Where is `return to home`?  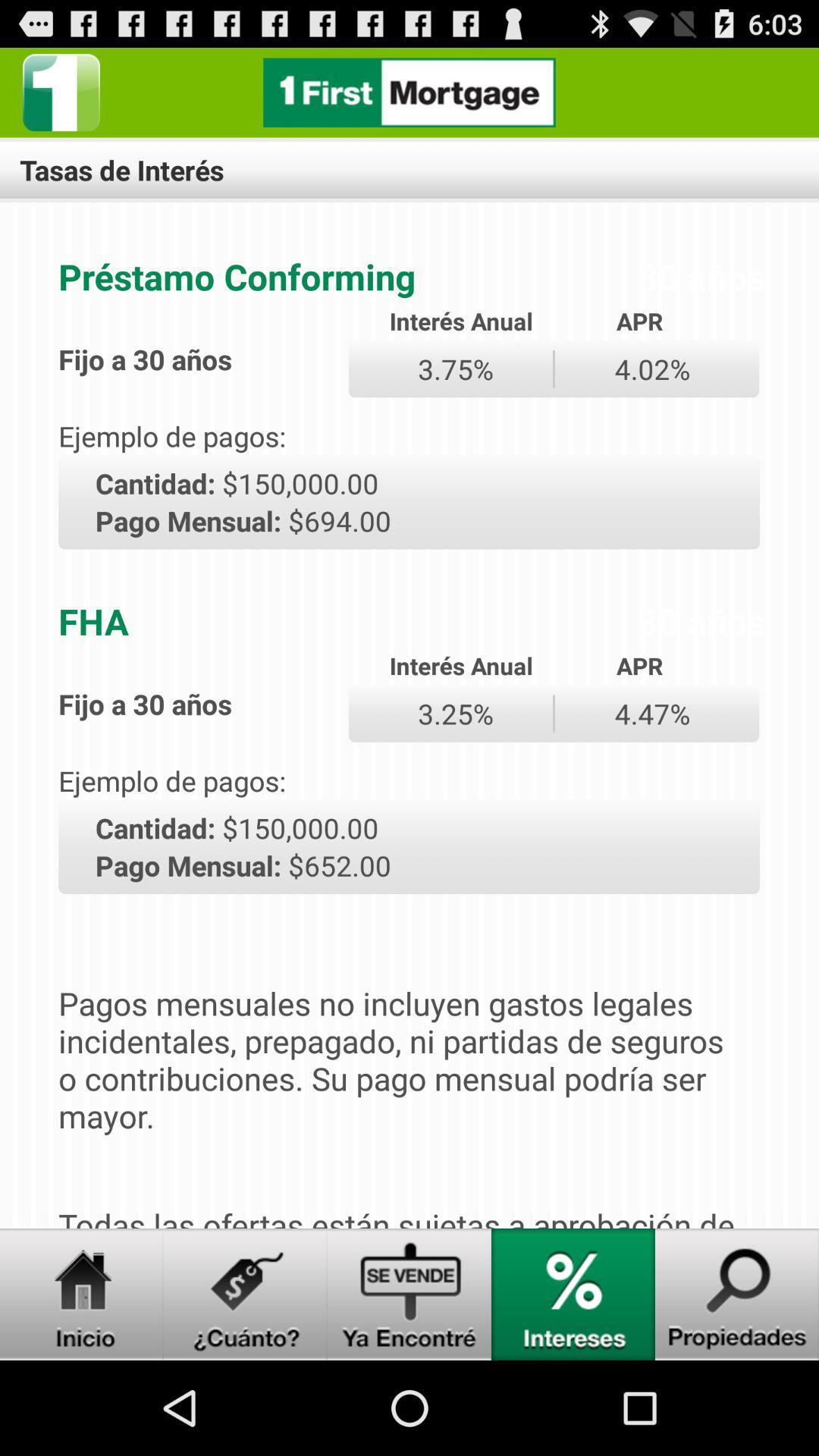 return to home is located at coordinates (409, 92).